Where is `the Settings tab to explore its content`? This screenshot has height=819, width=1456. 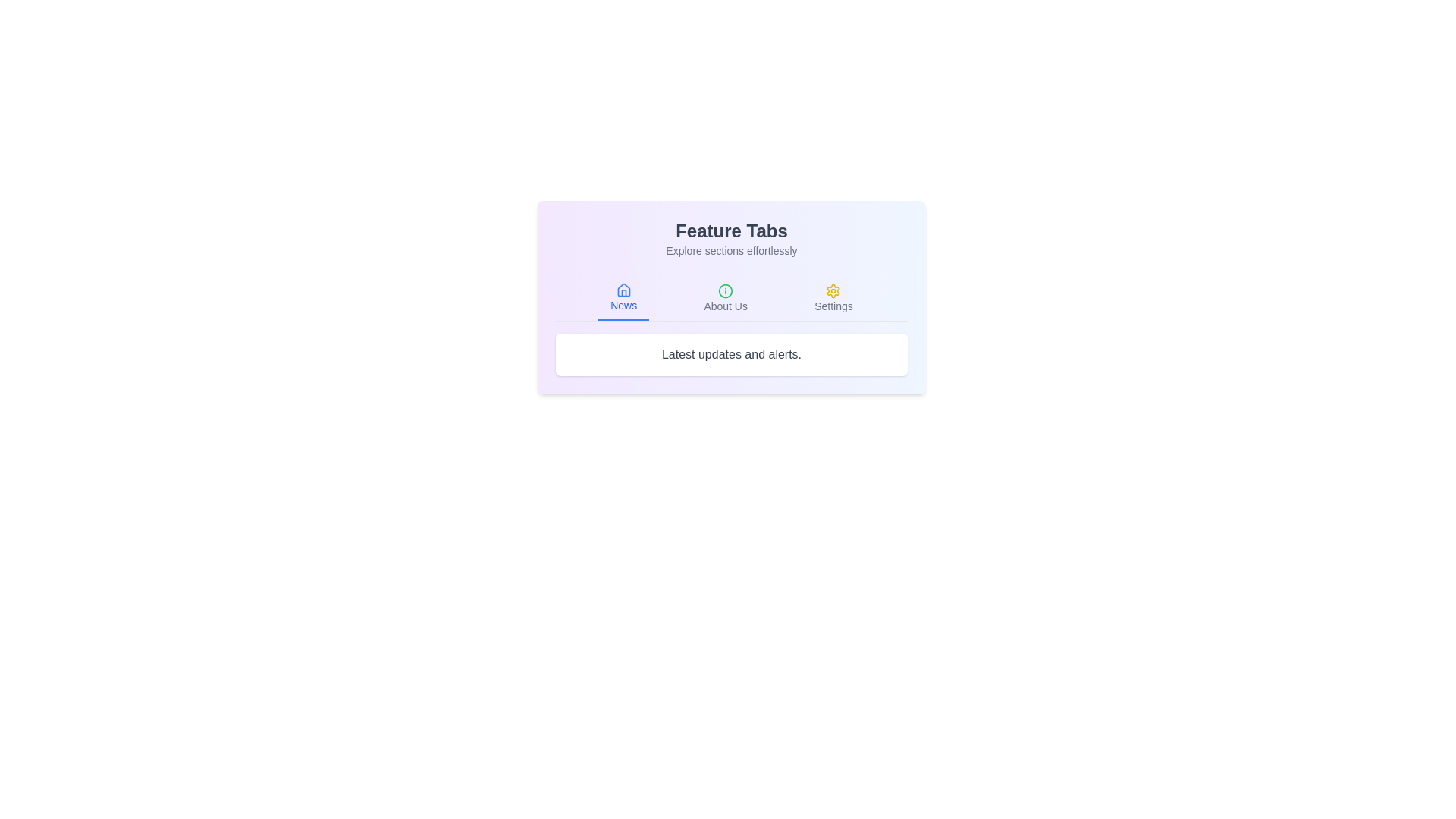
the Settings tab to explore its content is located at coordinates (833, 298).